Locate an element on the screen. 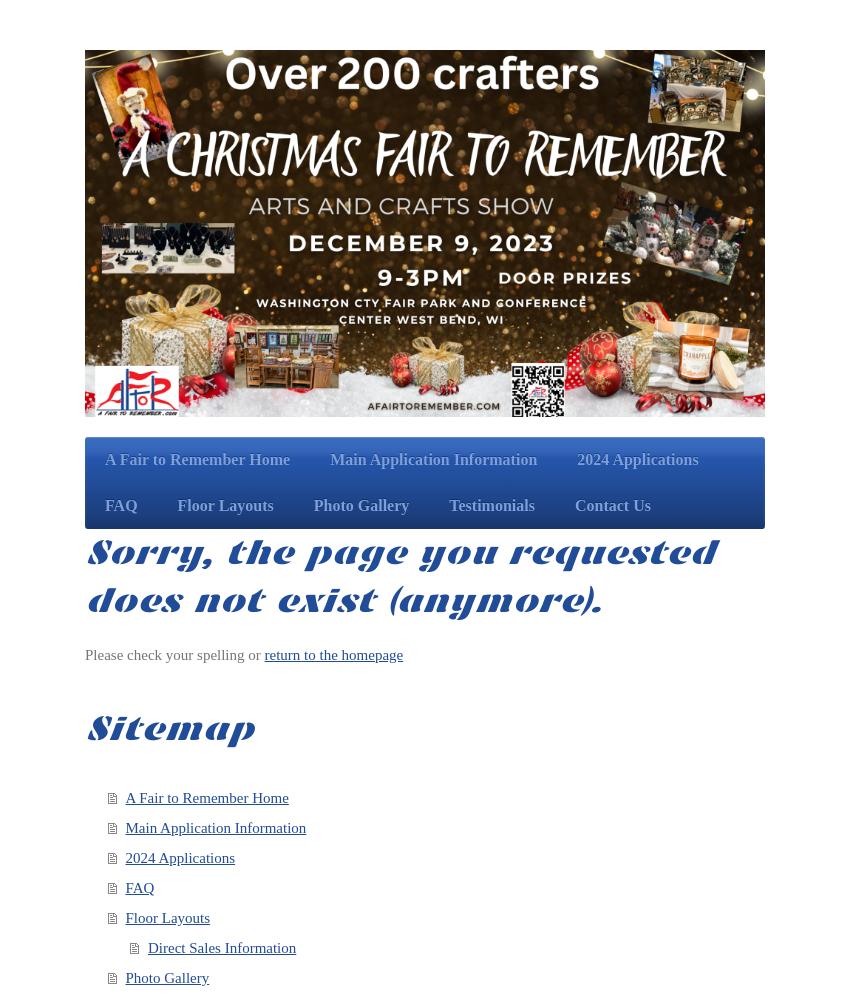  'Please check your spelling or' is located at coordinates (173, 654).